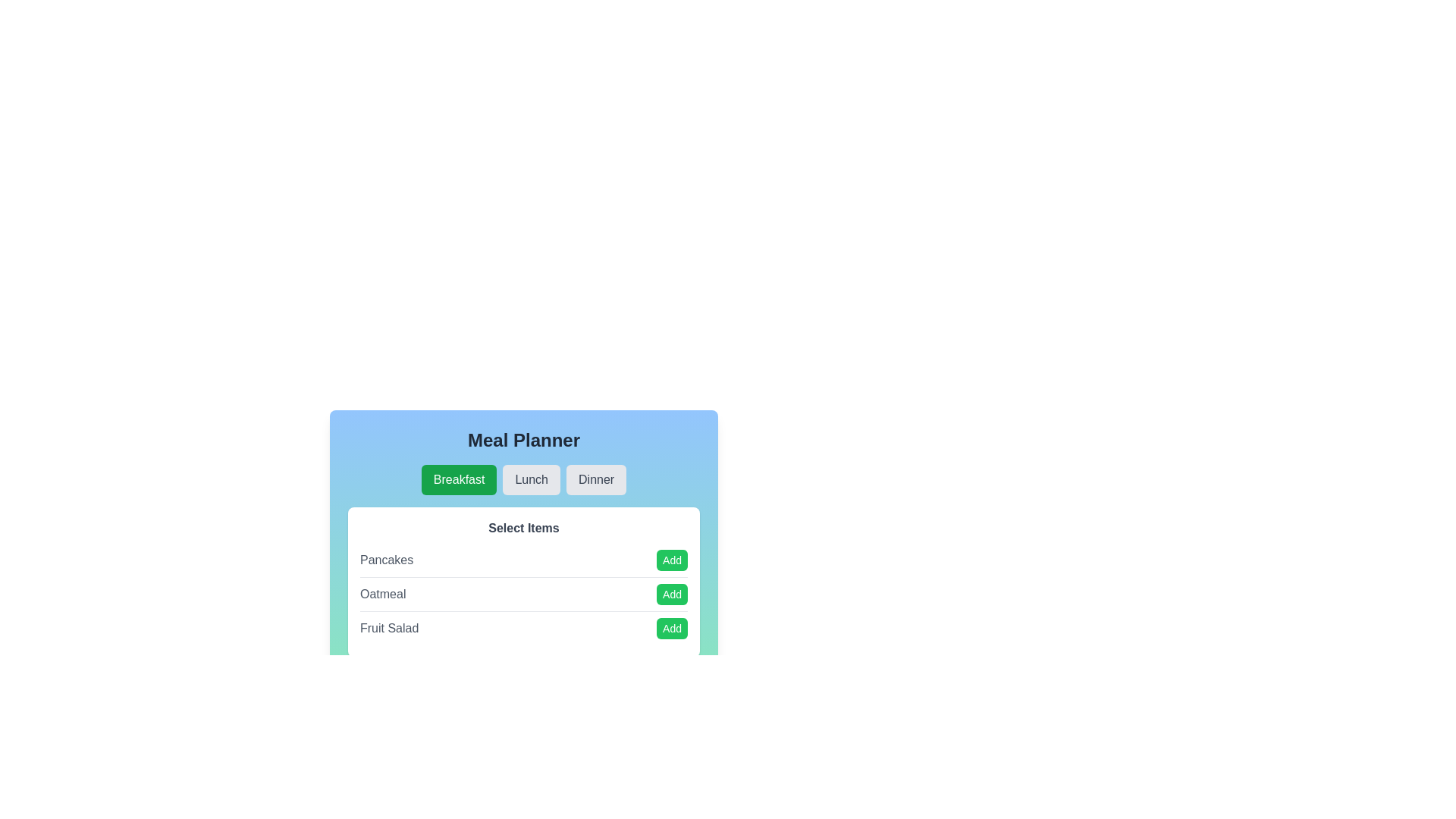 This screenshot has width=1456, height=819. What do you see at coordinates (389, 629) in the screenshot?
I see `text content of the 'Fruit Salad' label, which is displayed in a subdued gray color in a list under the 'Select Items' heading` at bounding box center [389, 629].